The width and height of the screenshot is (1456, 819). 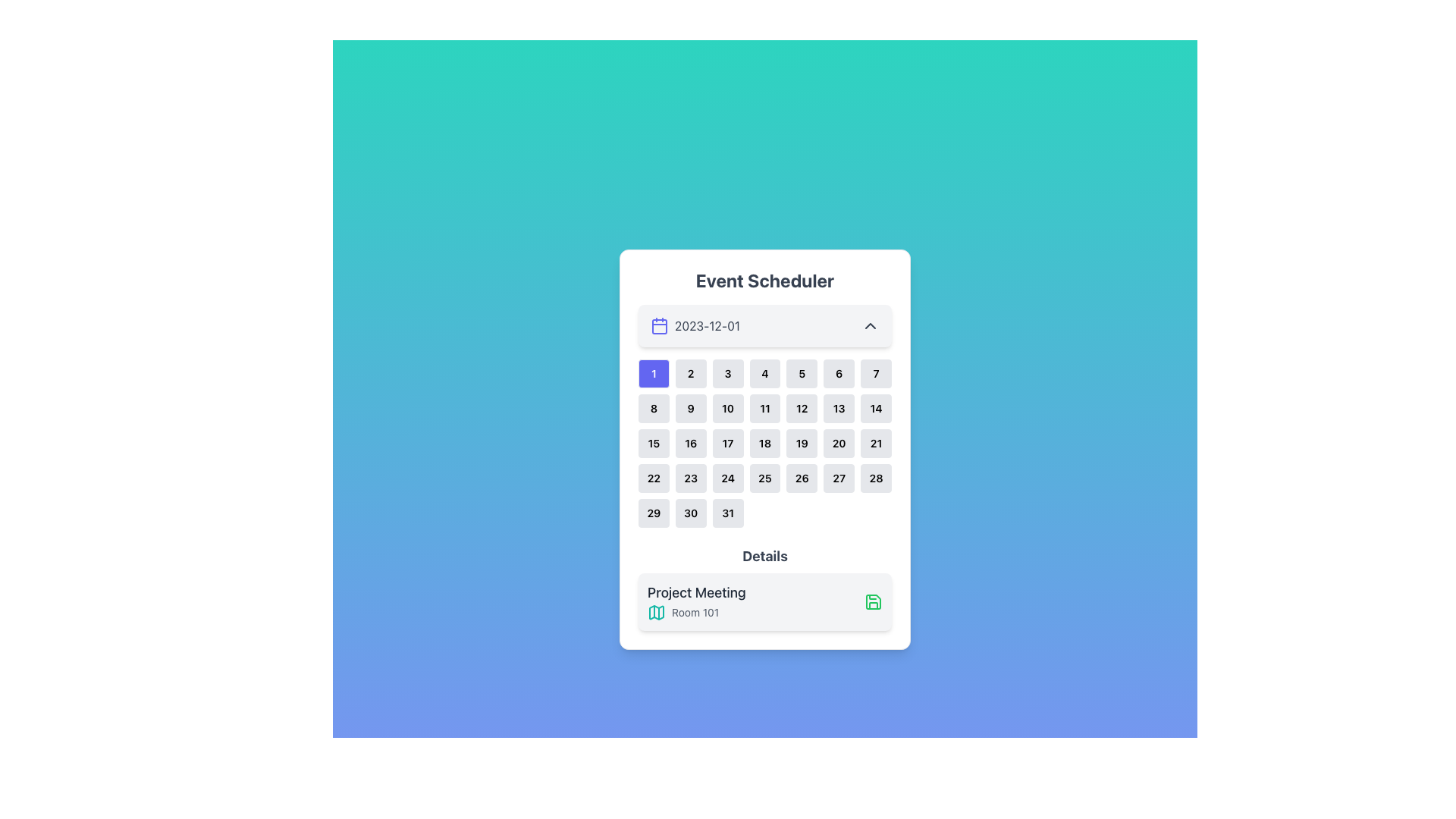 I want to click on the square button labeled '22' with a light gray background located in the fourth row and first column of the calendar matrix, so click(x=654, y=479).